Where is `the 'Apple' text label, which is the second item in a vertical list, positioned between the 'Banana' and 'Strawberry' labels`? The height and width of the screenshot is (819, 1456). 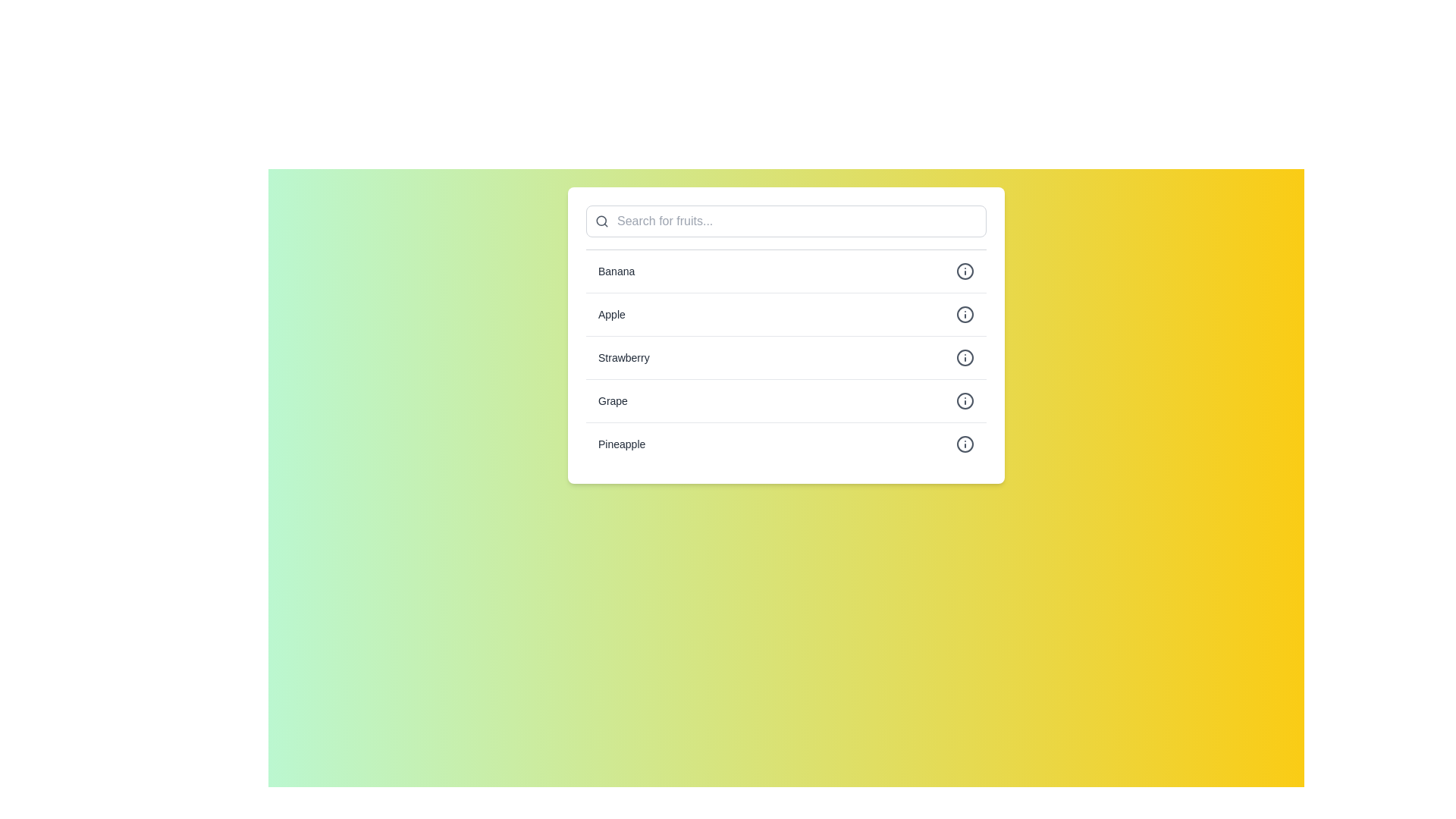 the 'Apple' text label, which is the second item in a vertical list, positioned between the 'Banana' and 'Strawberry' labels is located at coordinates (611, 314).